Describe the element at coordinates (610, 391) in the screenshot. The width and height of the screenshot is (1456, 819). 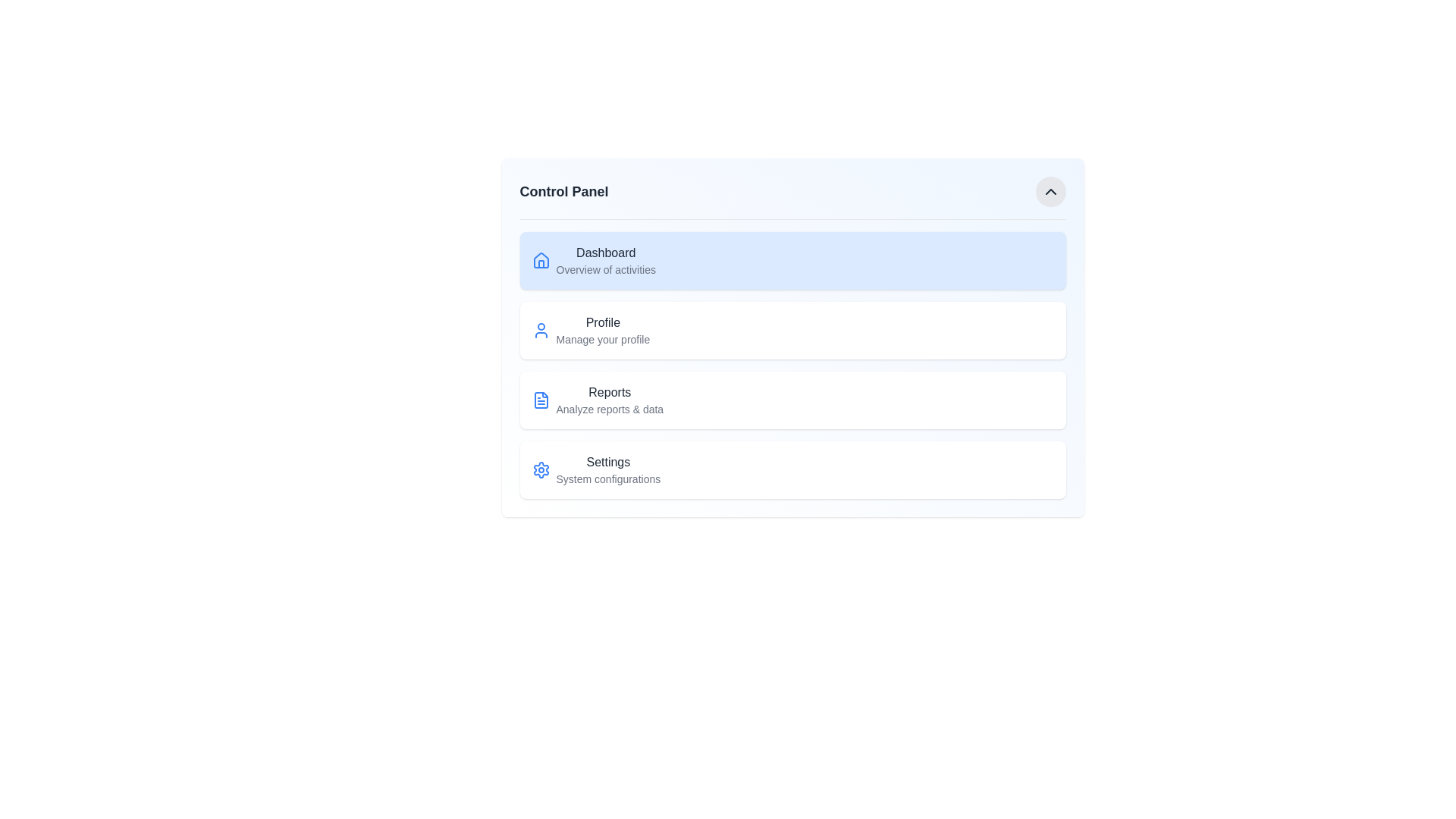
I see `the Text Label that serves as the title for the report analysis feature, located in the middle-right section of the interface, above the descriptive text 'Analyze reports & data'` at that location.